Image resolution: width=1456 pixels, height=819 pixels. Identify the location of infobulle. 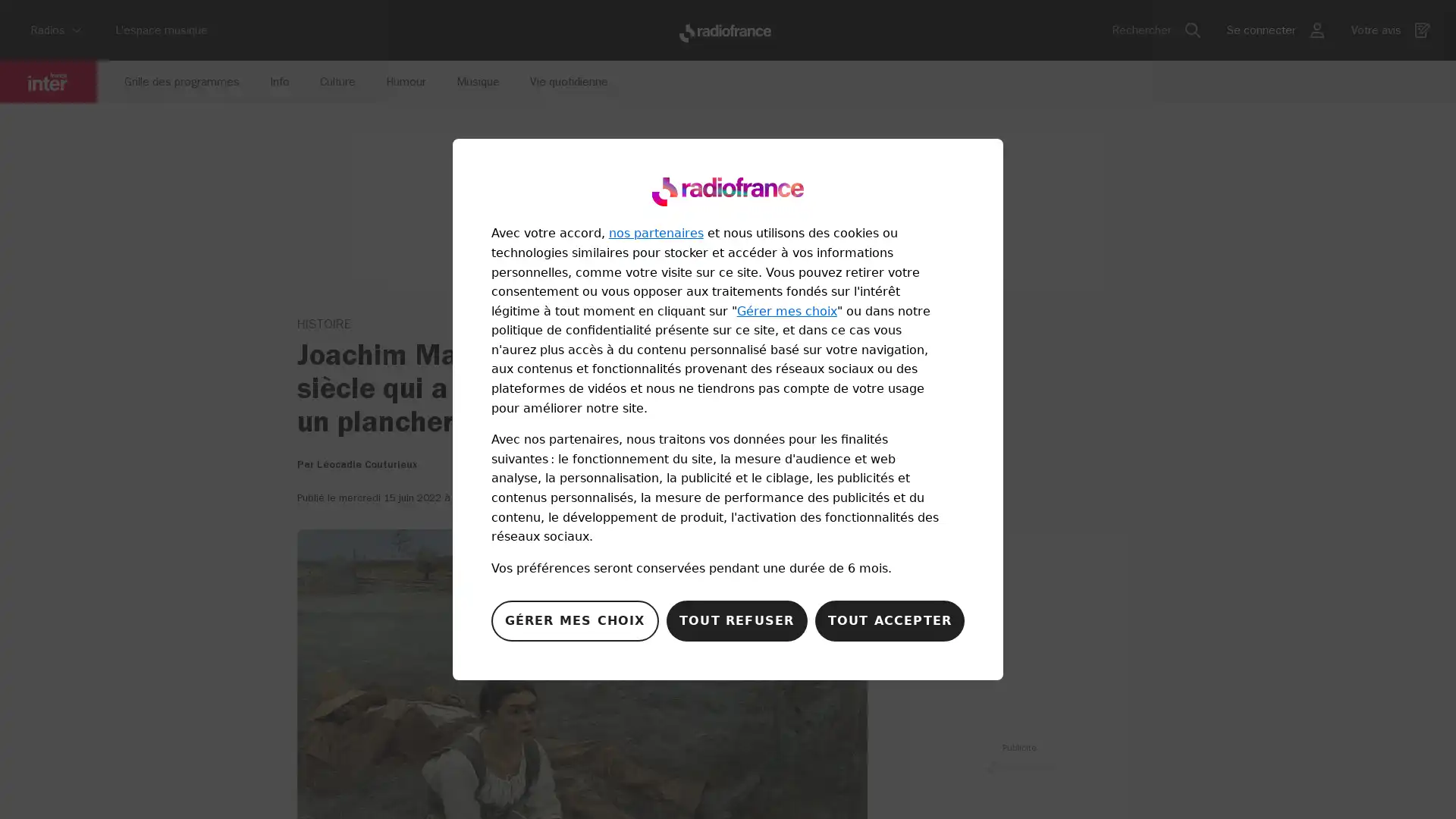
(560, 491).